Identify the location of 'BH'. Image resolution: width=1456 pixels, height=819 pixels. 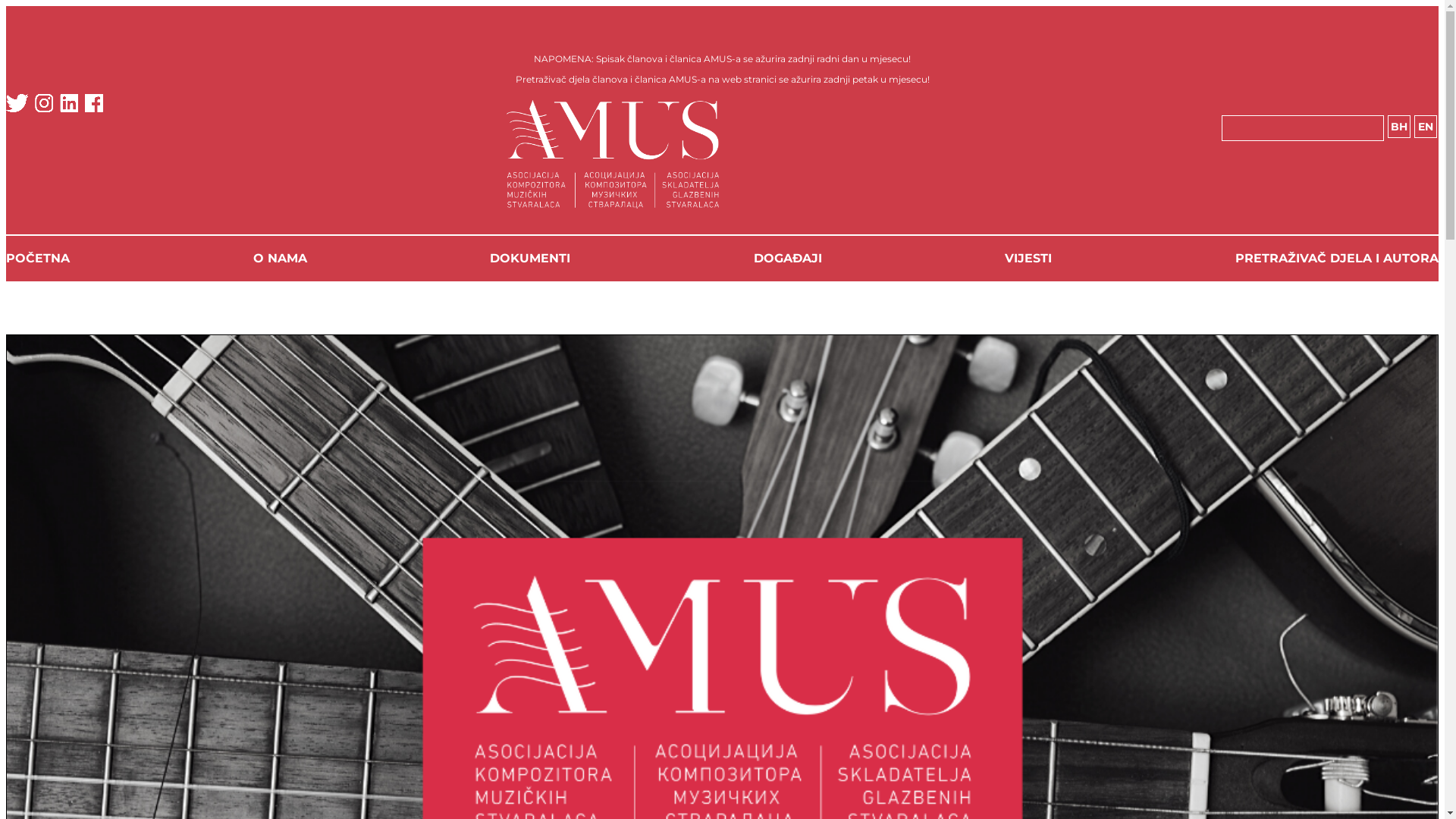
(1387, 125).